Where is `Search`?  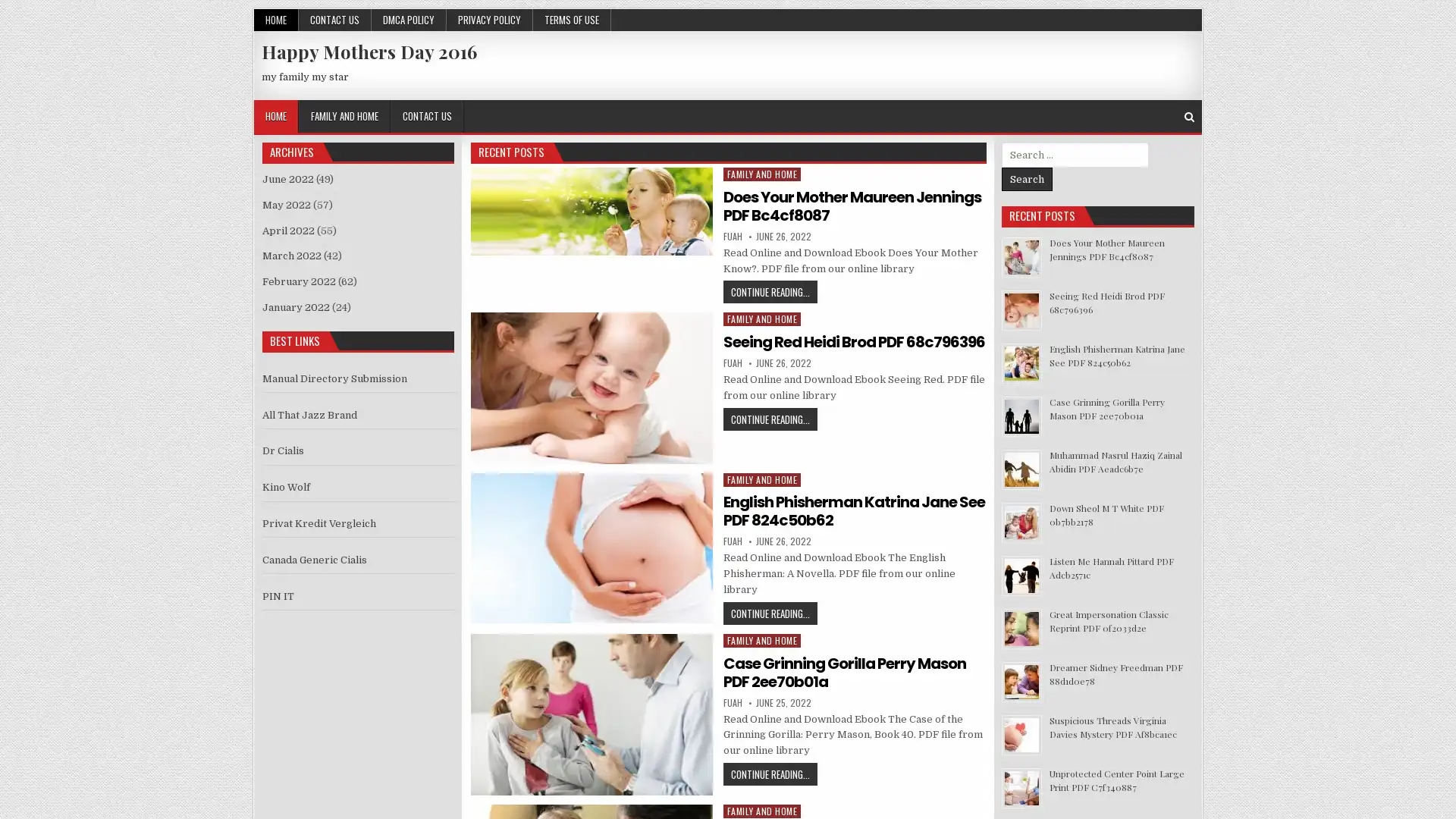 Search is located at coordinates (1027, 178).